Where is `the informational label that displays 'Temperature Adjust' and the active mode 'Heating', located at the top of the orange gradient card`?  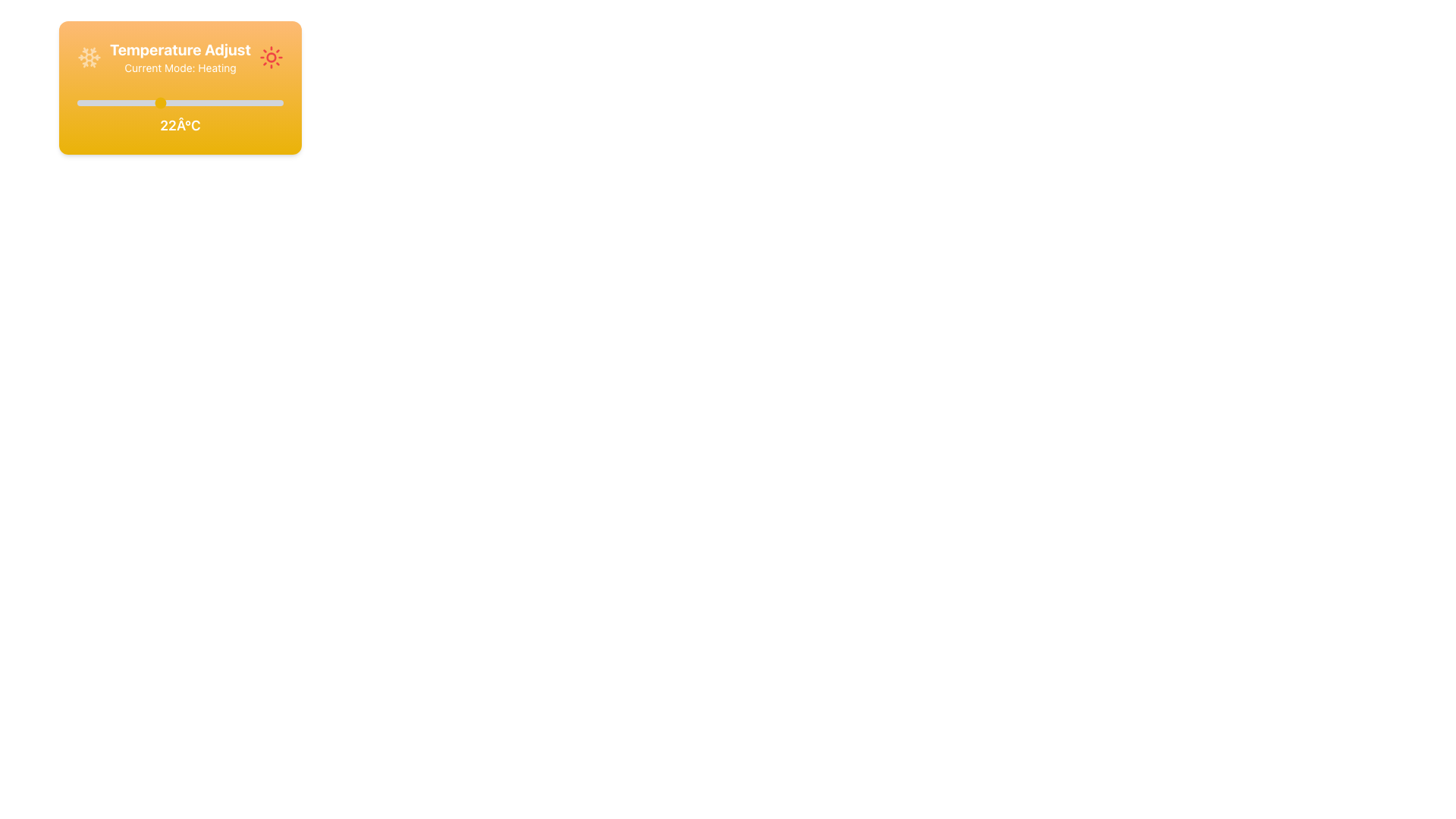 the informational label that displays 'Temperature Adjust' and the active mode 'Heating', located at the top of the orange gradient card is located at coordinates (180, 57).